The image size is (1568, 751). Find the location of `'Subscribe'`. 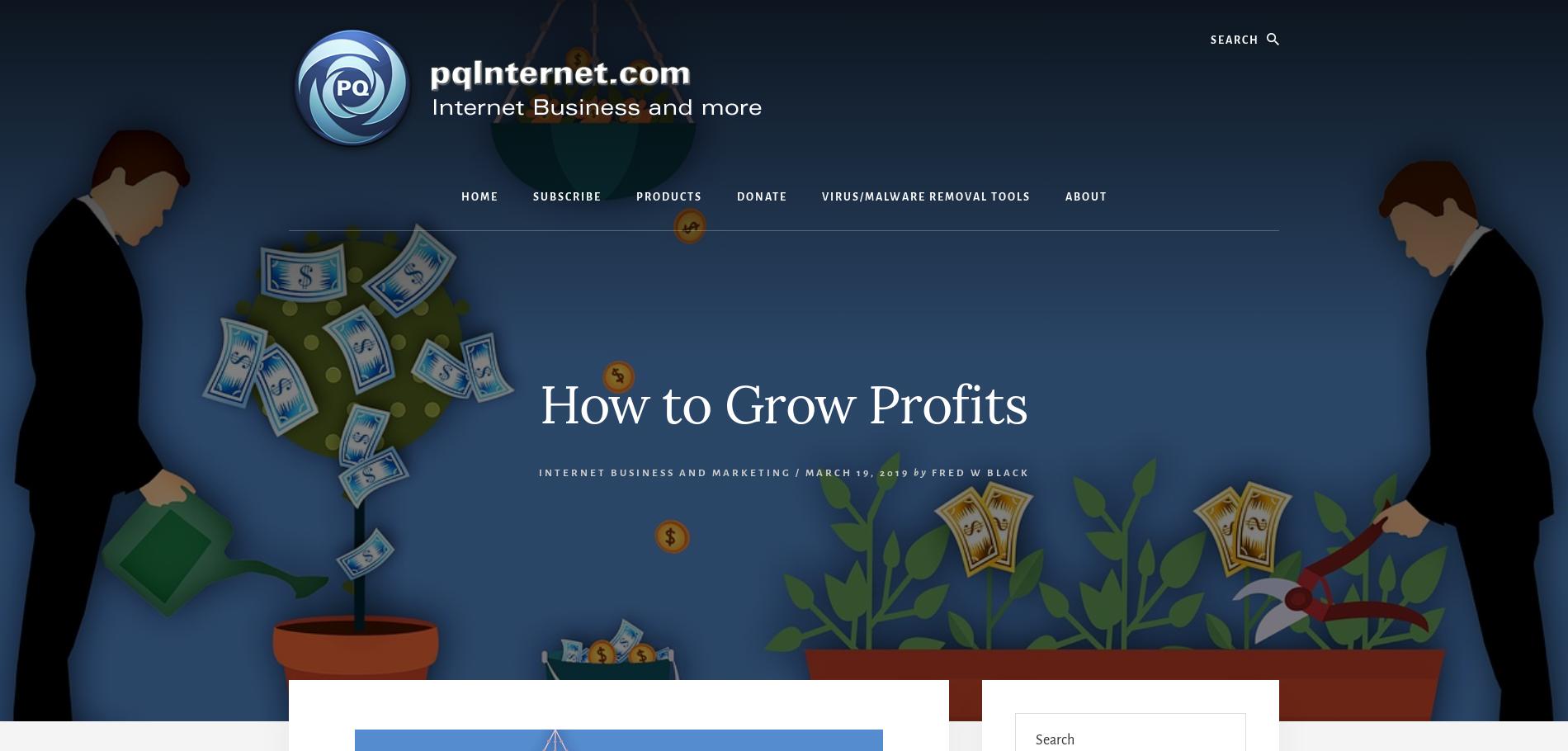

'Subscribe' is located at coordinates (566, 196).